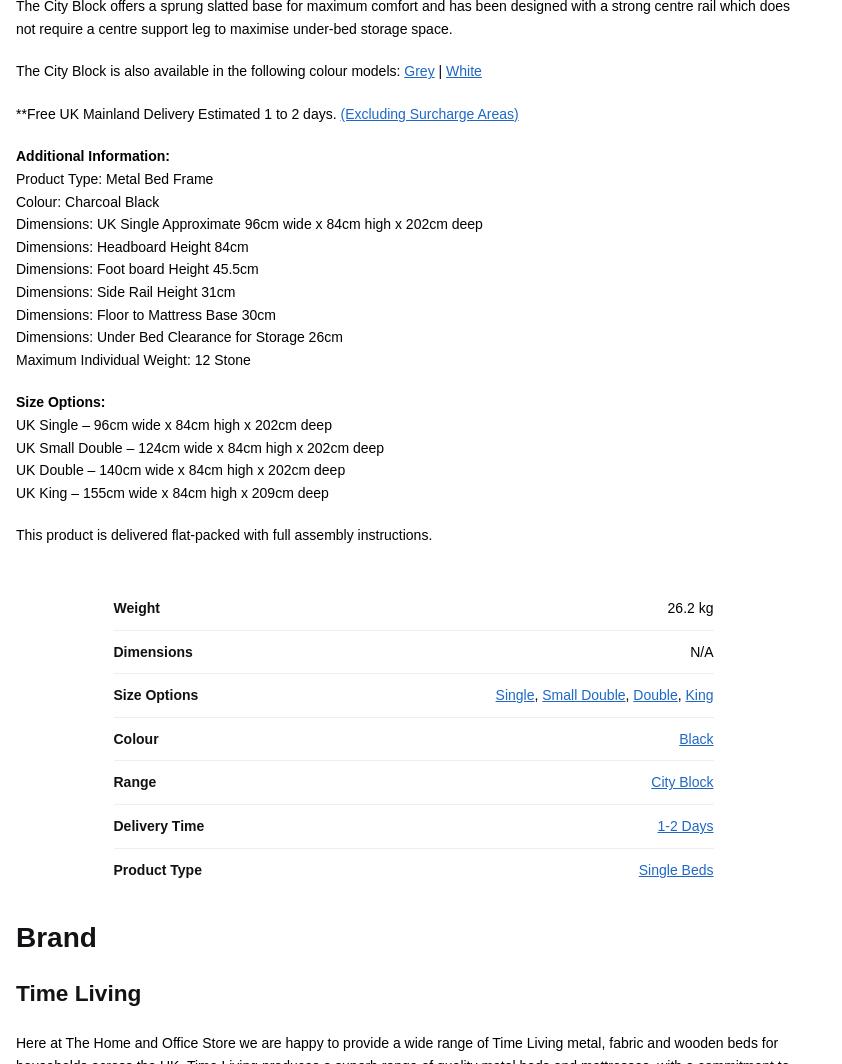  Describe the element at coordinates (198, 472) in the screenshot. I see `'UK Small Double – 124cm wide x 84cm high x 202cm deep'` at that location.